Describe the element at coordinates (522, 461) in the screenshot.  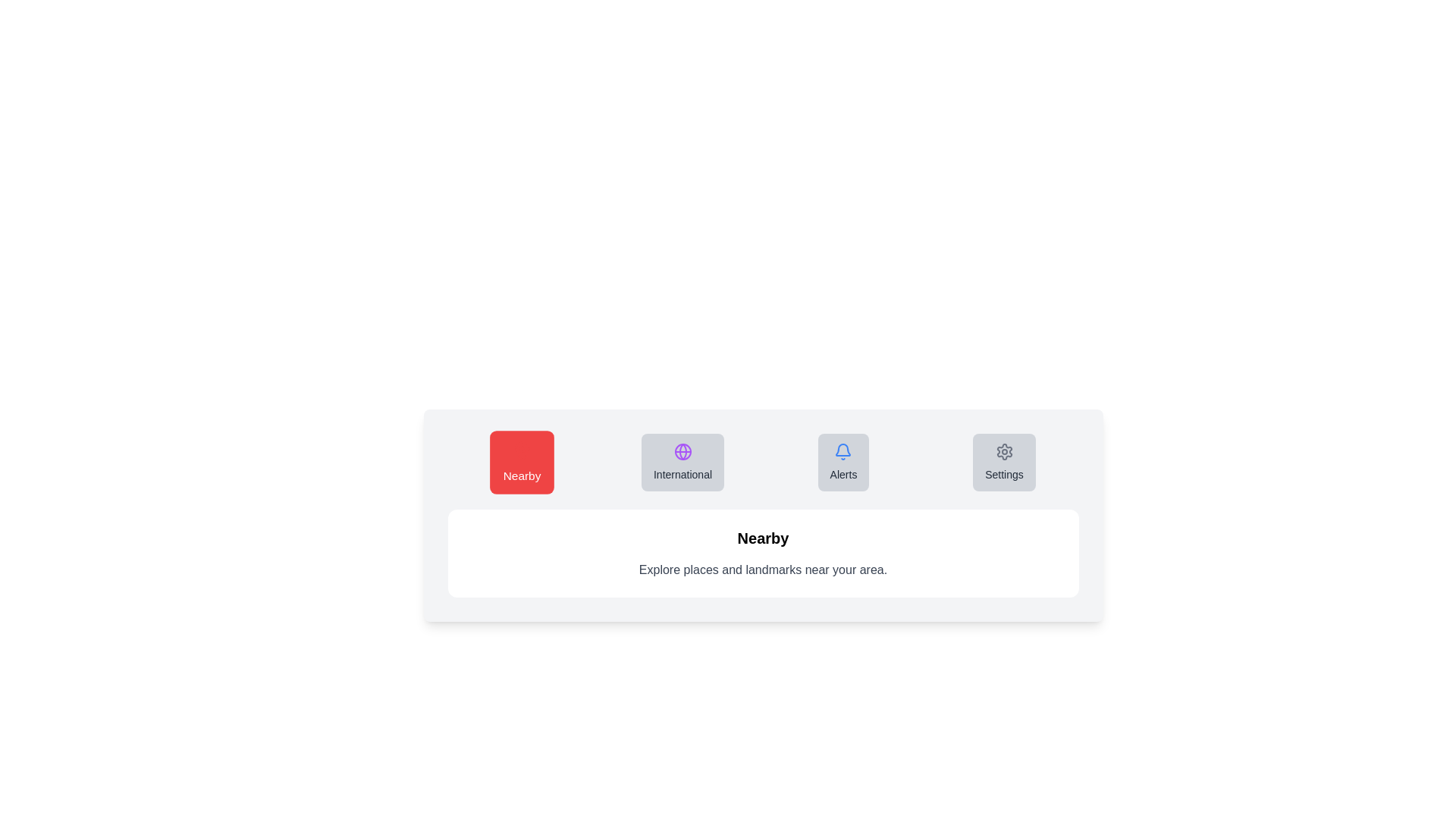
I see `the tab labeled Nearby to observe its hover effect` at that location.